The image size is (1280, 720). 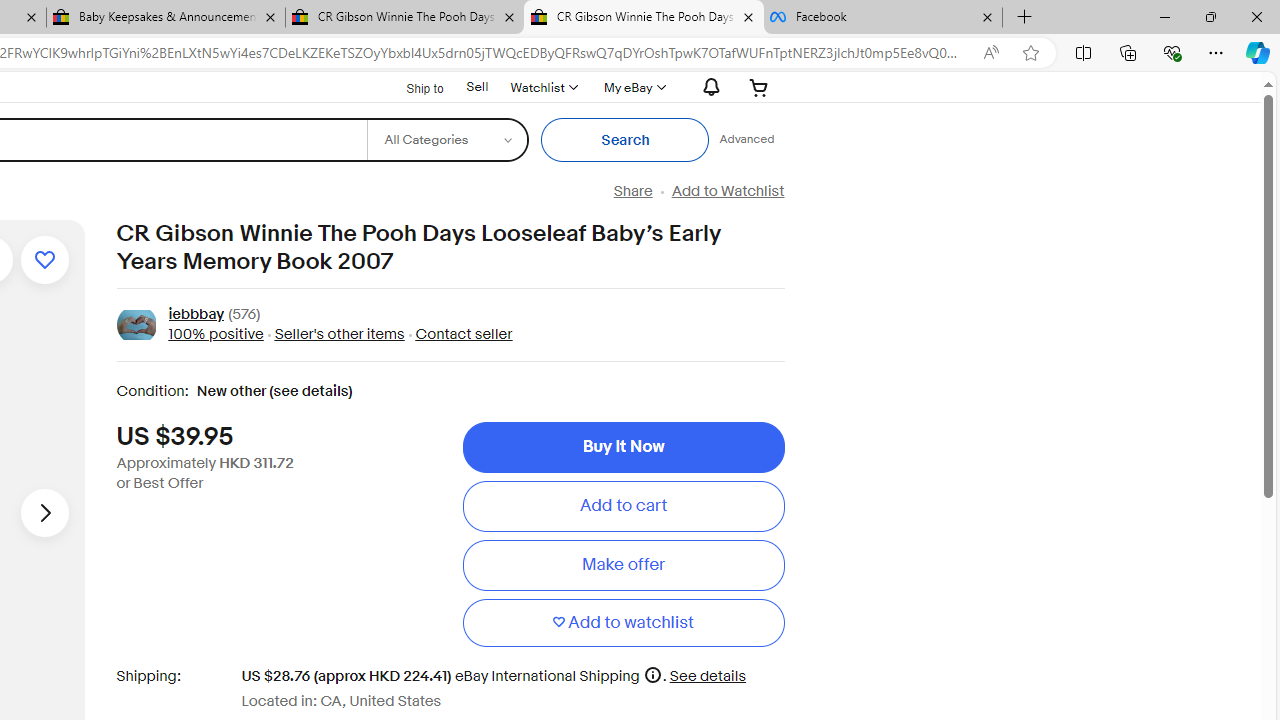 I want to click on '100% positive', so click(x=215, y=333).